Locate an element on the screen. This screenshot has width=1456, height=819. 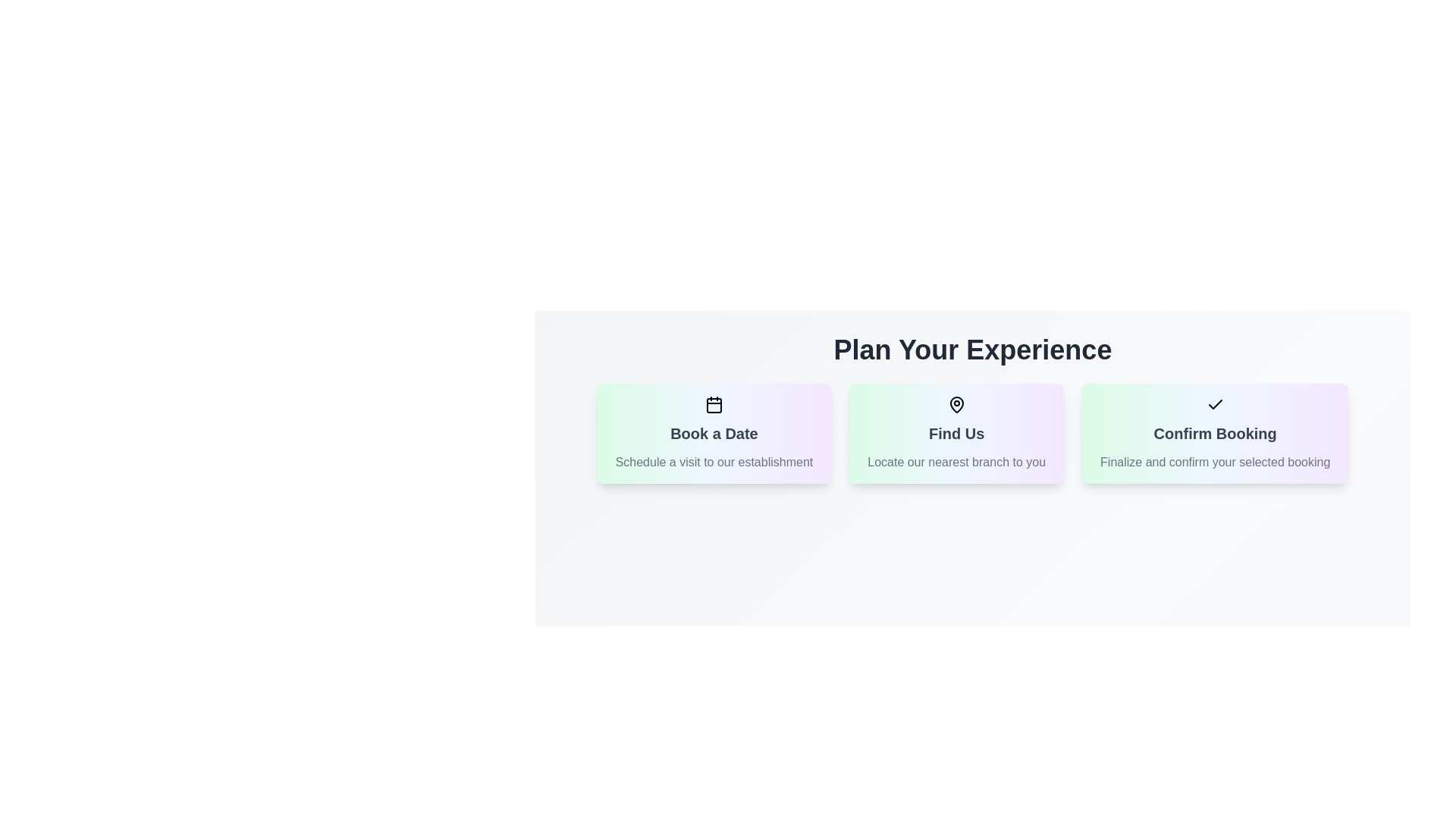
the 'Find Us' text label, which is styled in bold and located in the center card of the three-card layout is located at coordinates (955, 433).